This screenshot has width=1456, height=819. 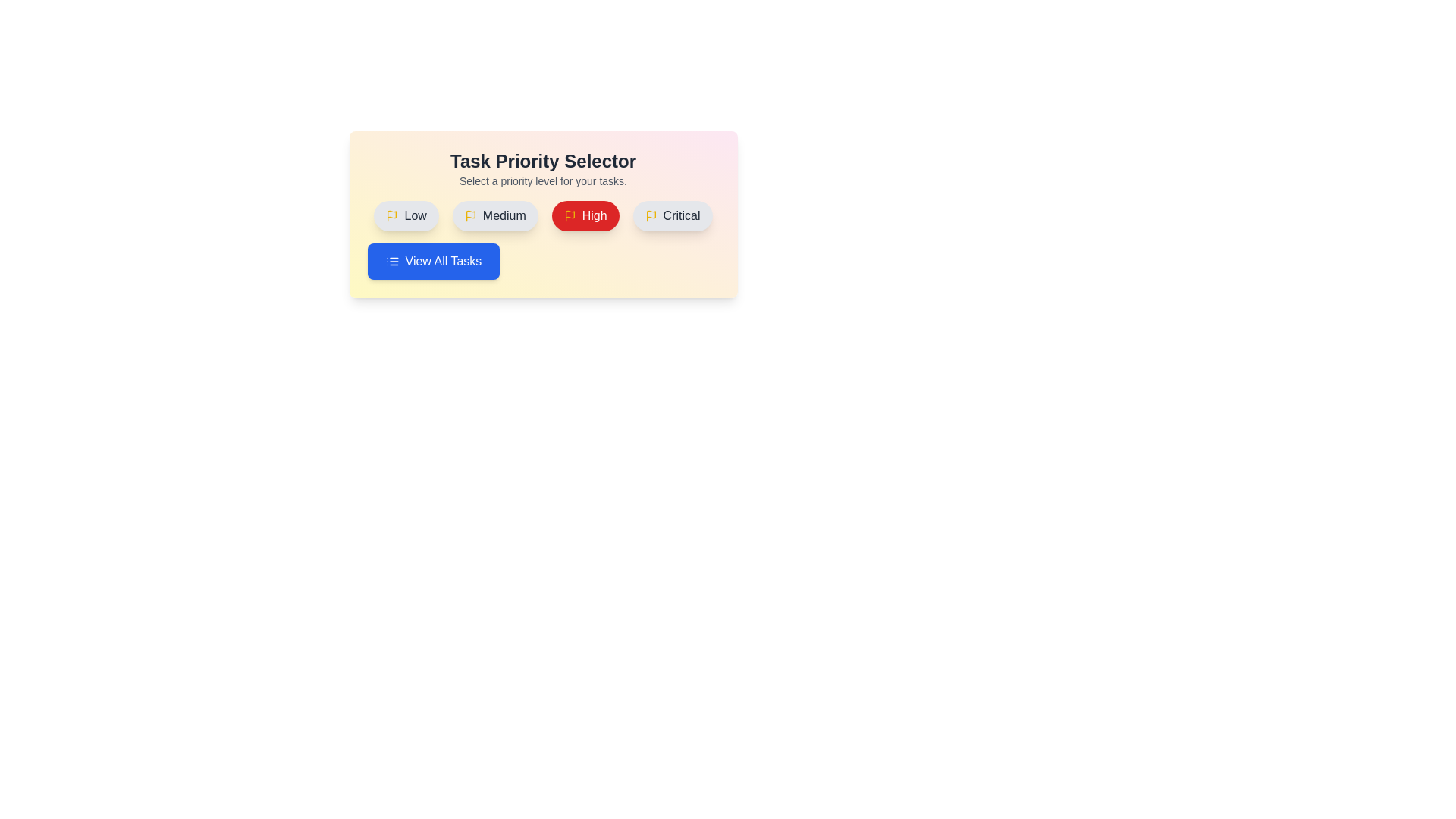 I want to click on the button labeled High to observe its hover effect, so click(x=585, y=216).